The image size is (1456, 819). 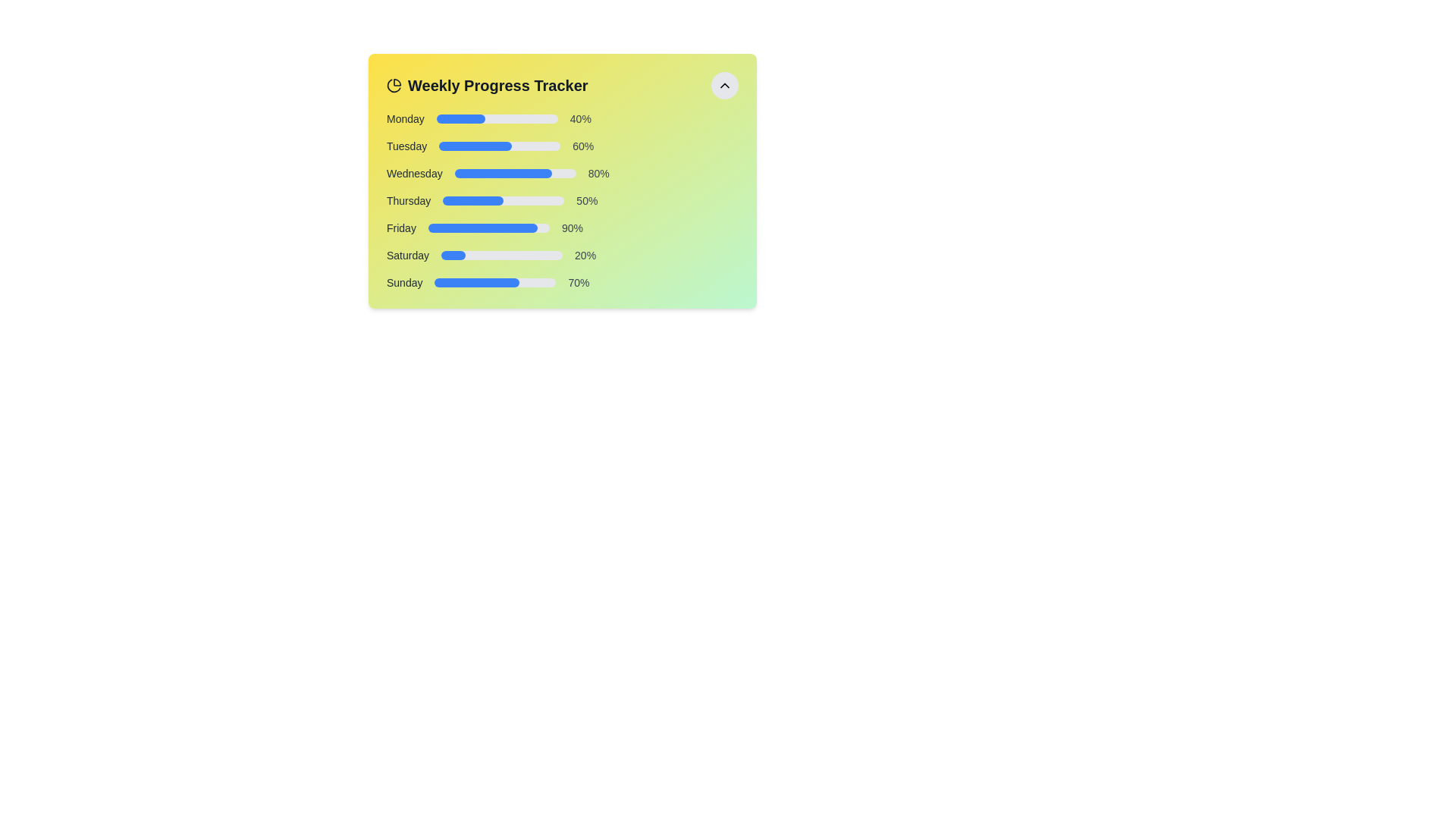 What do you see at coordinates (453, 254) in the screenshot?
I see `the blue progress segment indicating 20% progress for 'Saturday' in the Weekly Progress Tracker` at bounding box center [453, 254].